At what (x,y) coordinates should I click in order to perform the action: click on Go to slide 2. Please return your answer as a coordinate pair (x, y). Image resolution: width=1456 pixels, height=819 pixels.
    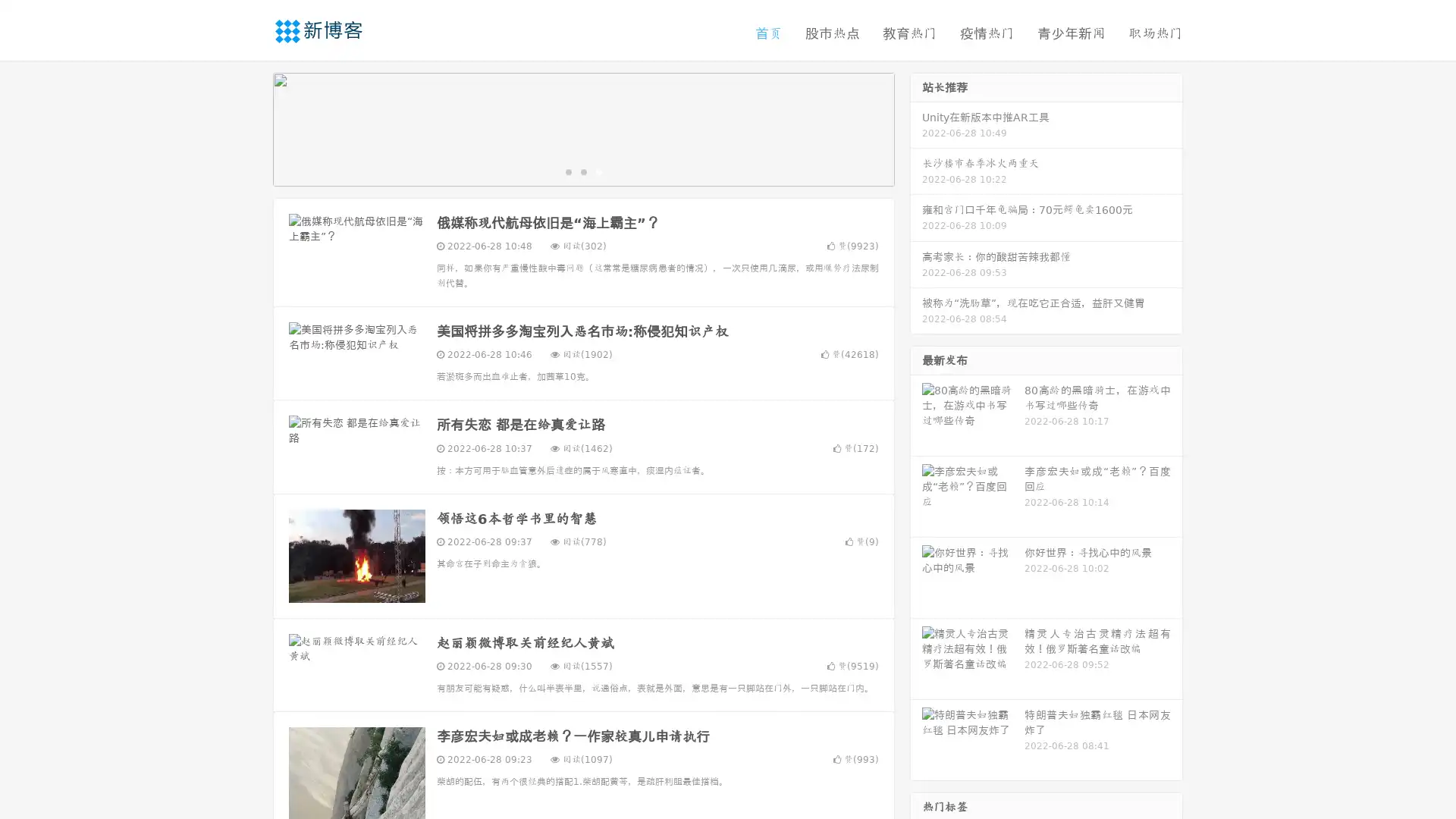
    Looking at the image, I should click on (582, 171).